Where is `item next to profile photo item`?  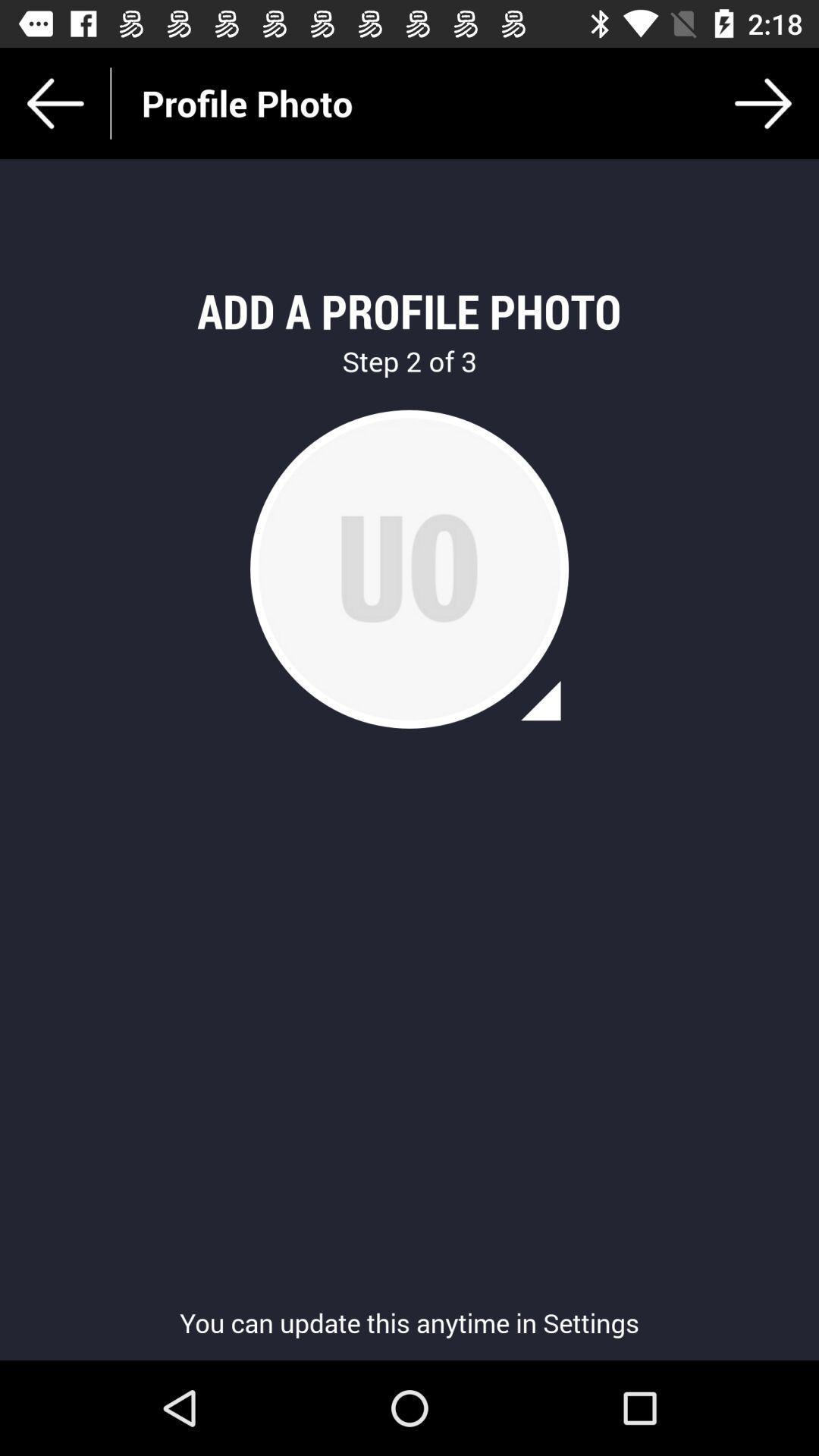
item next to profile photo item is located at coordinates (763, 102).